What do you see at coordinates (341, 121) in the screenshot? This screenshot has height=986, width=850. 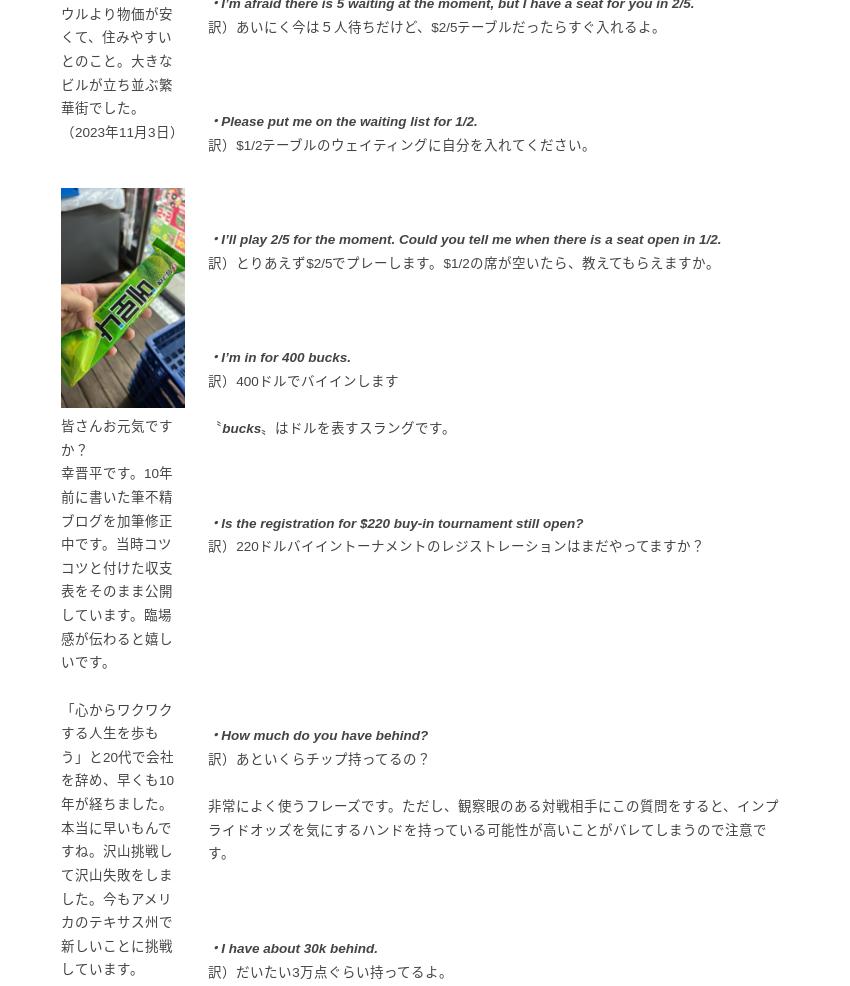 I see `'・Please put me on the waiting list for 1/2.'` at bounding box center [341, 121].